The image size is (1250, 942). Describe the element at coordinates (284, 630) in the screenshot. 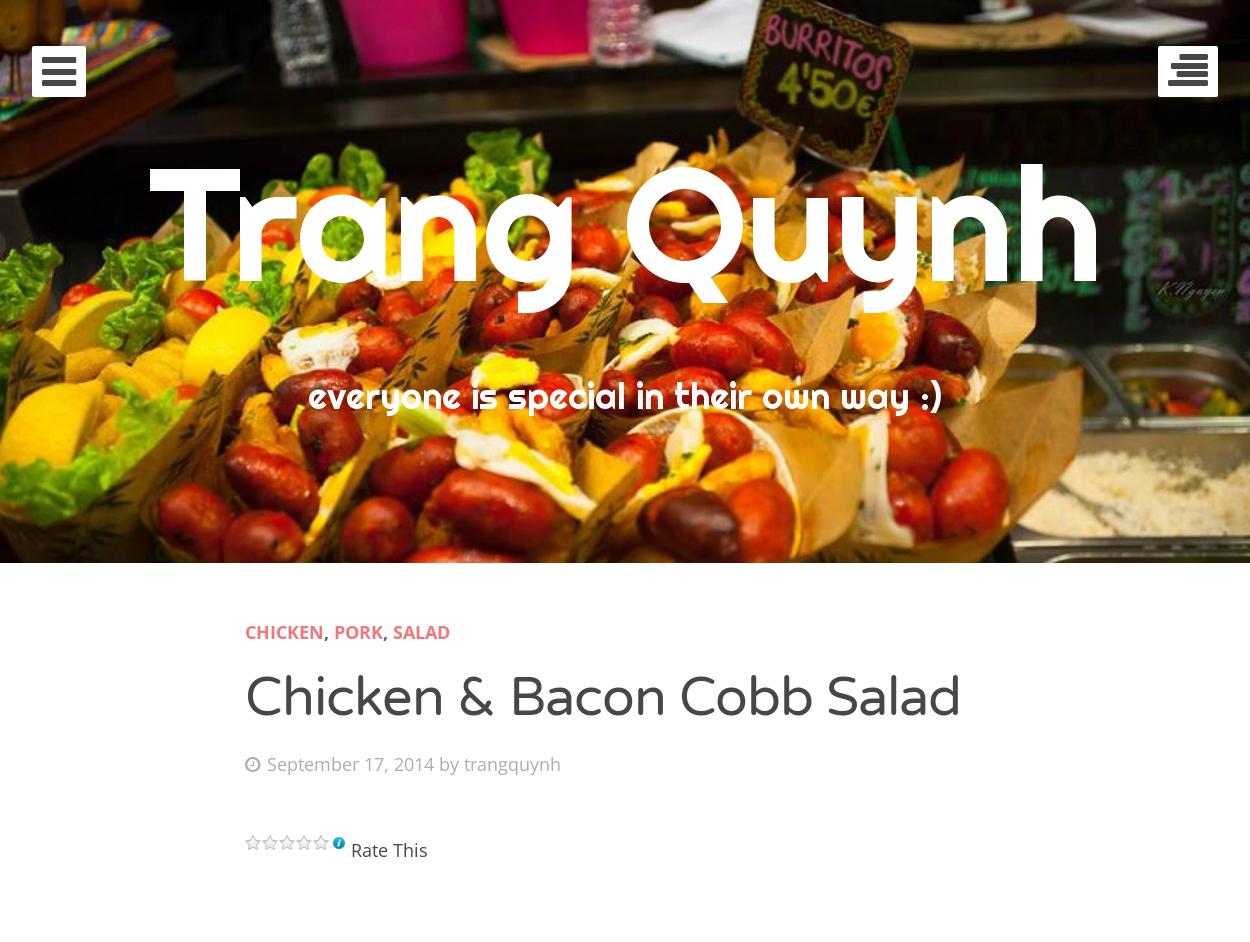

I see `'Chicken'` at that location.